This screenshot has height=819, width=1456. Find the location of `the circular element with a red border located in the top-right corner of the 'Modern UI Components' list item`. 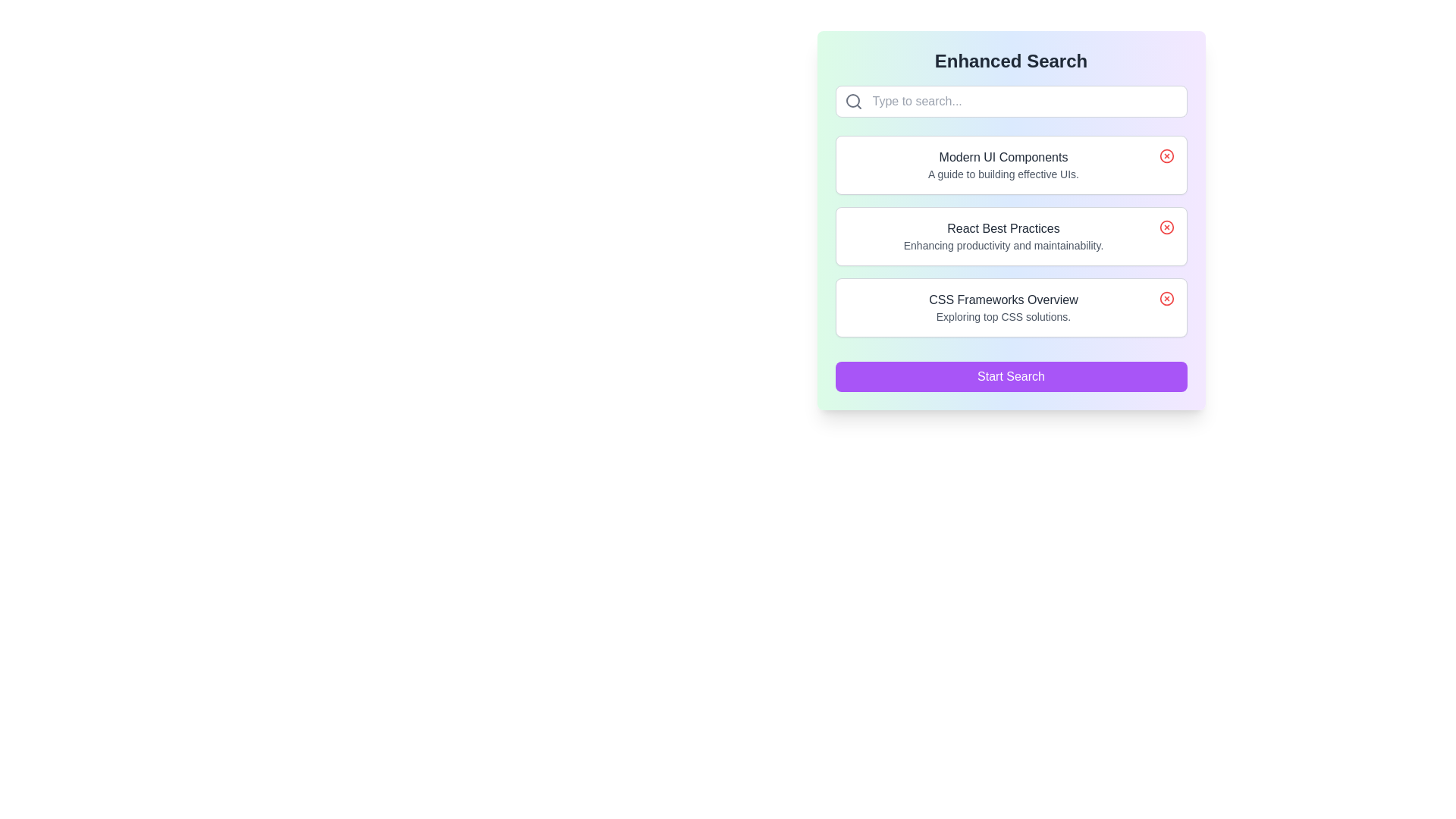

the circular element with a red border located in the top-right corner of the 'Modern UI Components' list item is located at coordinates (1166, 155).